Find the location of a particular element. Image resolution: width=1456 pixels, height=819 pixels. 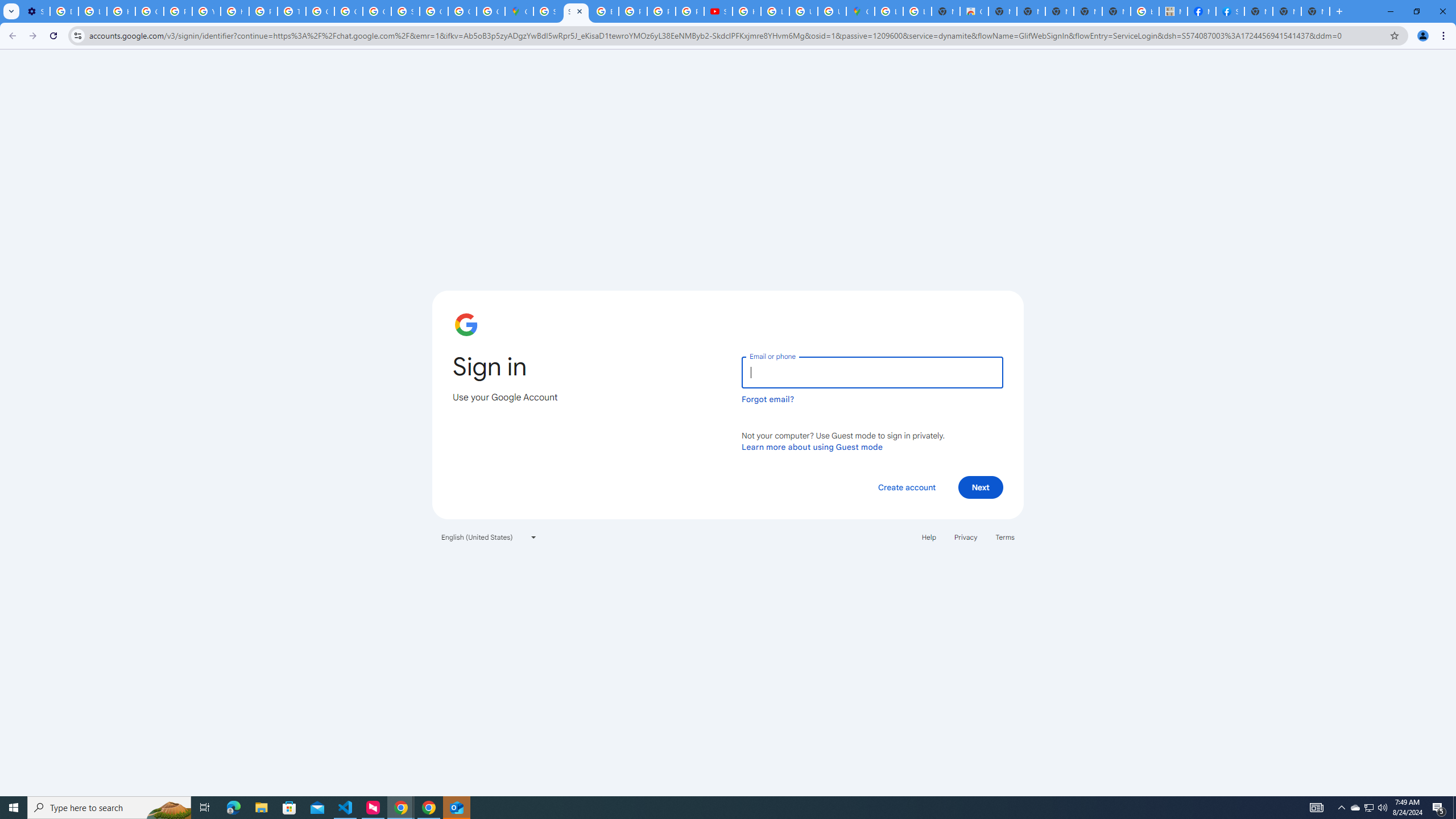

'Delete photos & videos - Computer - Google Photos Help' is located at coordinates (63, 11).